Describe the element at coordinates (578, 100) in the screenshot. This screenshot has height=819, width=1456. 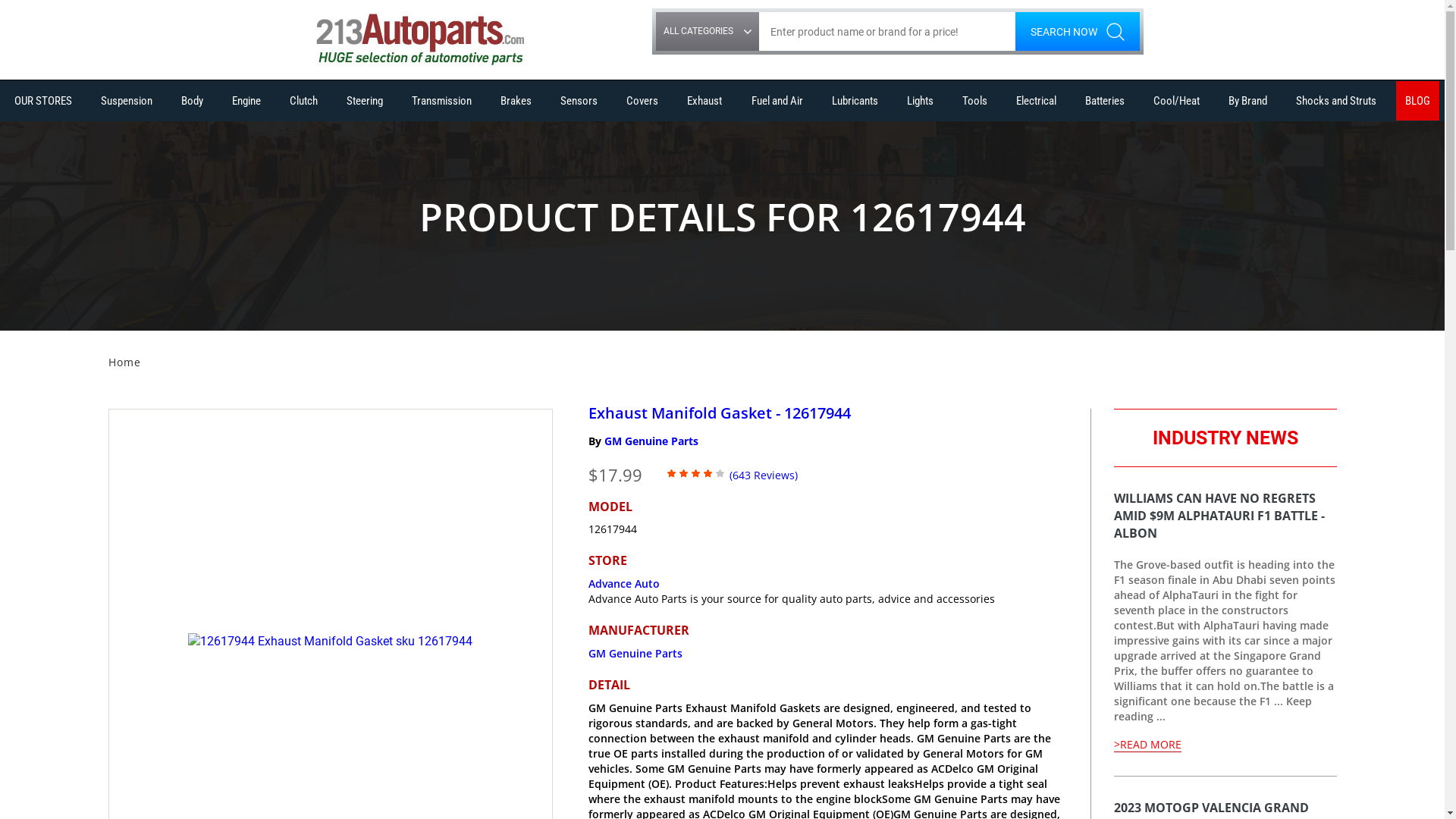
I see `'Sensors'` at that location.